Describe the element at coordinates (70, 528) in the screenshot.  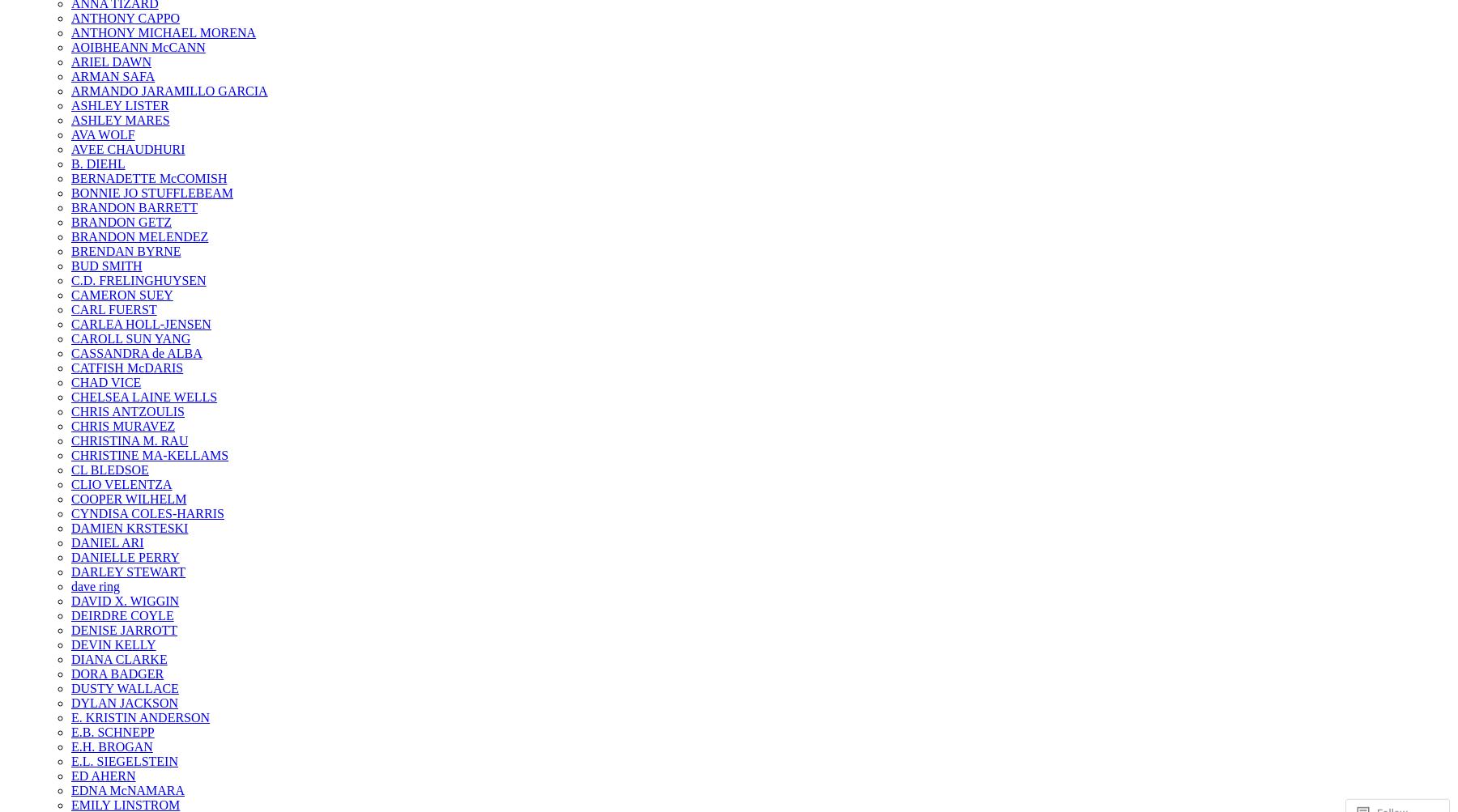
I see `'DAMIEN KRSTESKI'` at that location.